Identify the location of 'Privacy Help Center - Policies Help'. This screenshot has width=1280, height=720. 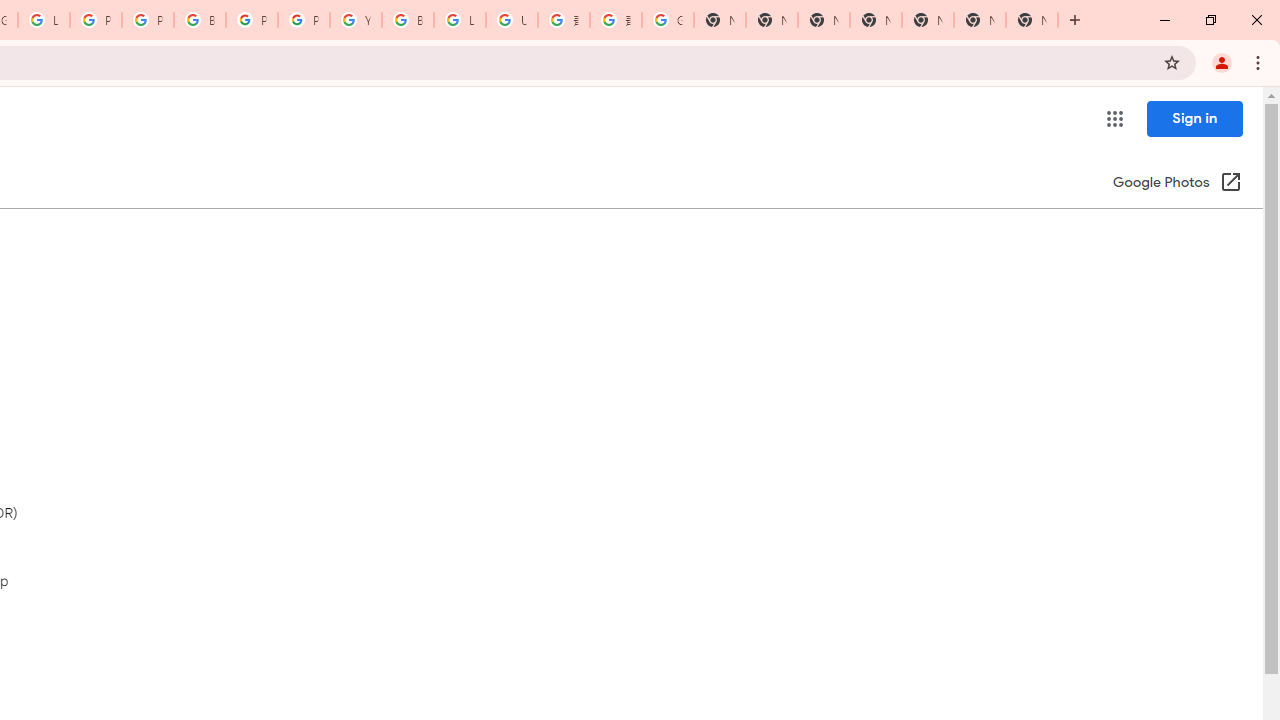
(146, 20).